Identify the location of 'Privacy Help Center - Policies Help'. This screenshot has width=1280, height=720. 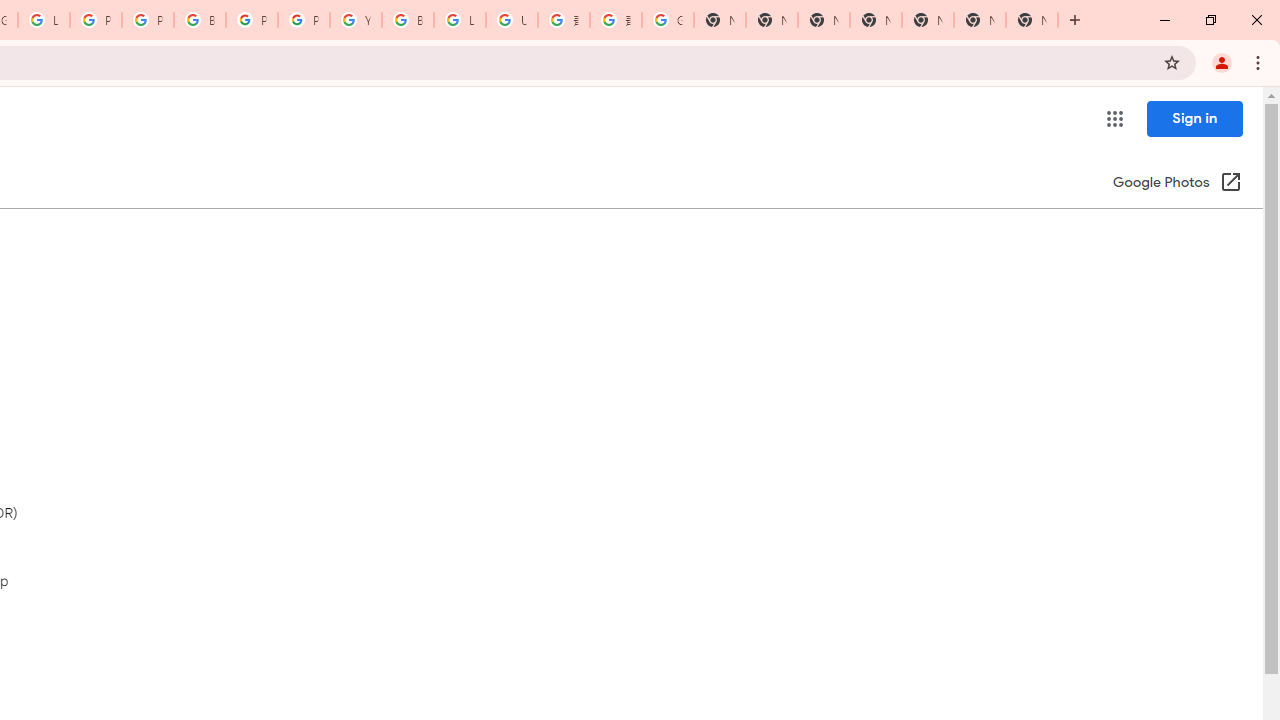
(146, 20).